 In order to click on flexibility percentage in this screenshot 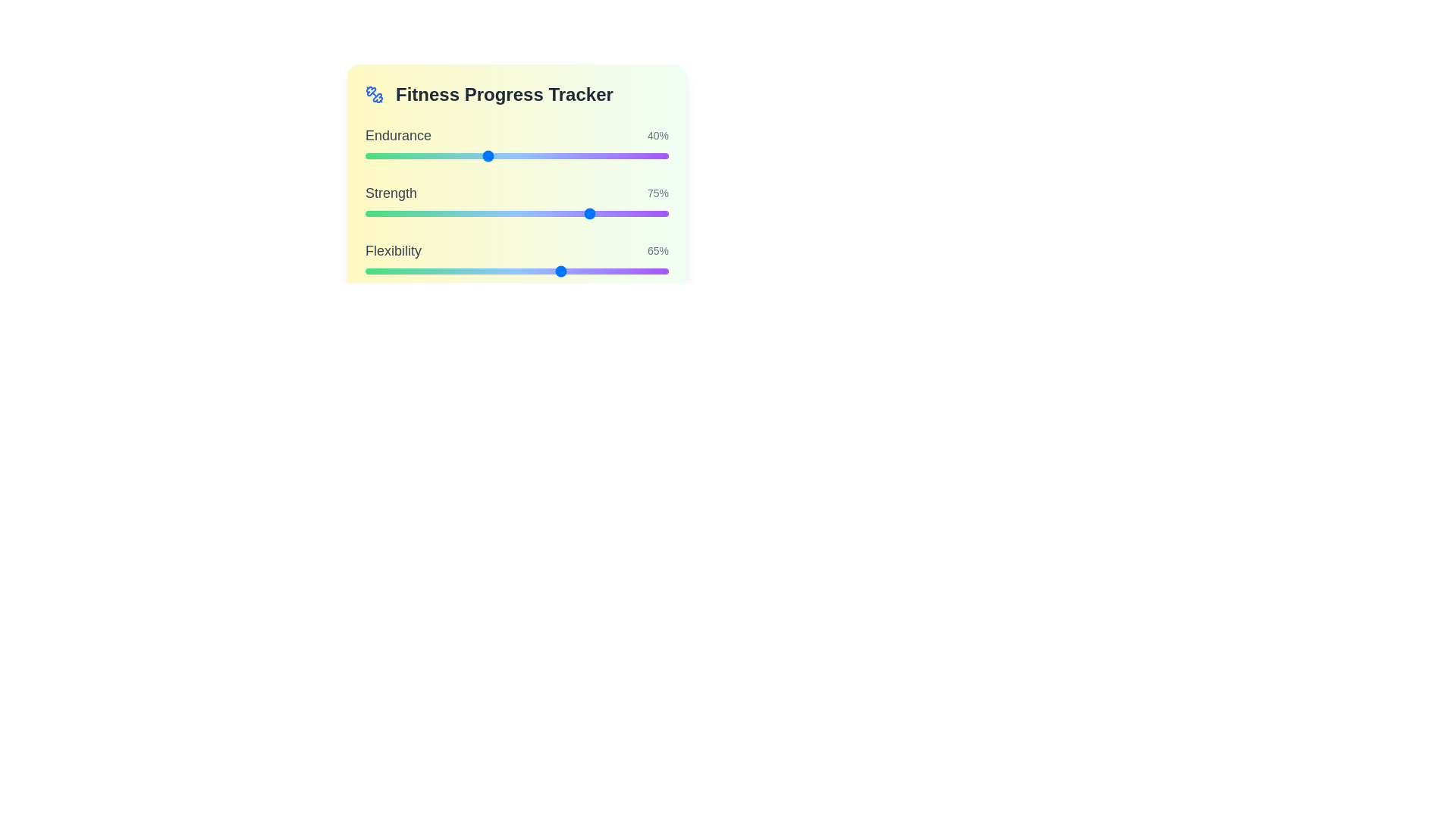, I will do `click(620, 271)`.